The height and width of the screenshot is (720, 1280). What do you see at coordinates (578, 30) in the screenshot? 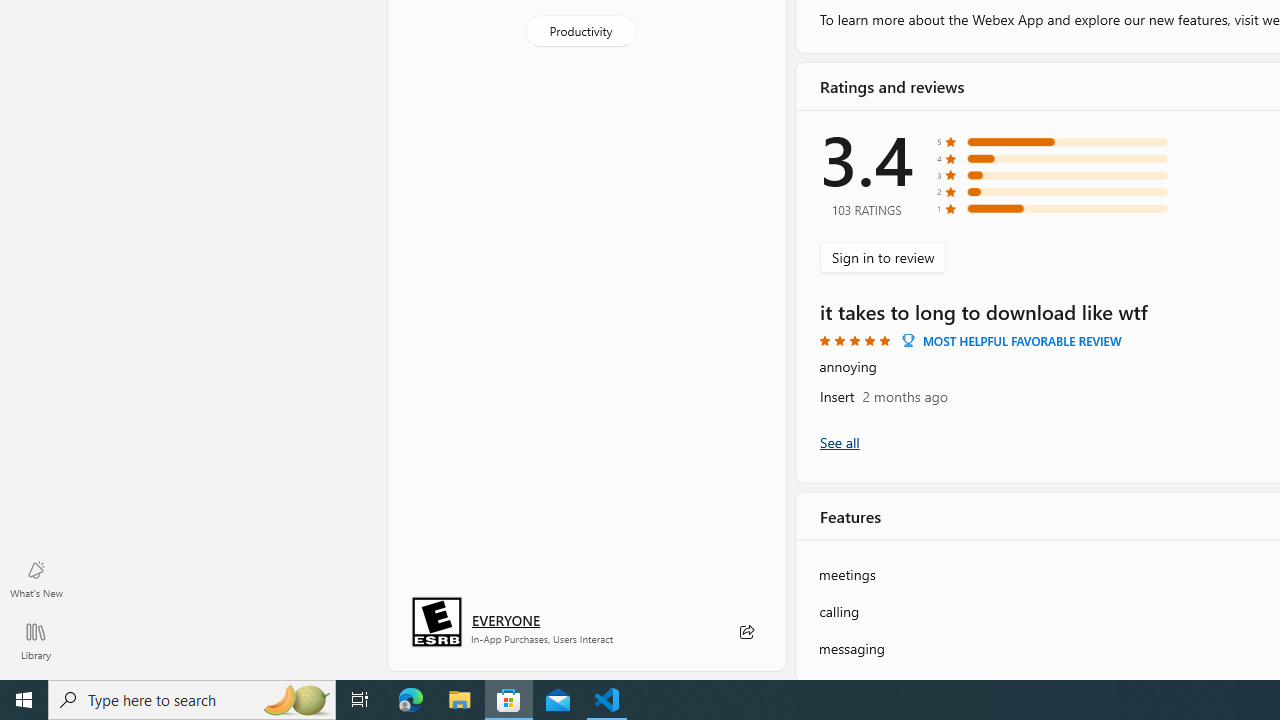
I see `'Productivity'` at bounding box center [578, 30].